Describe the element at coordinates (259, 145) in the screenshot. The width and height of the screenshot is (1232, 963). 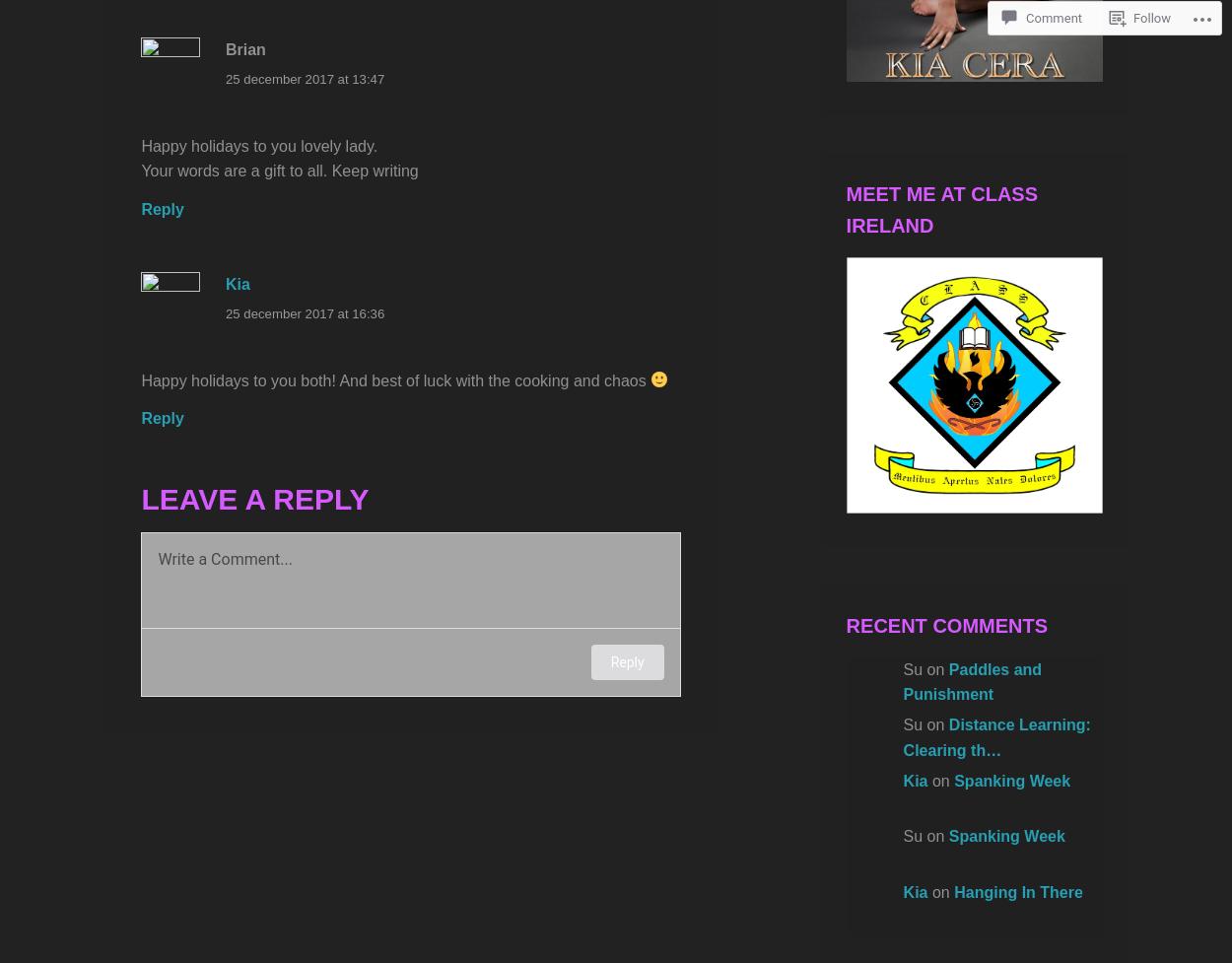
I see `'Happy holidays to you lovely lady.'` at that location.